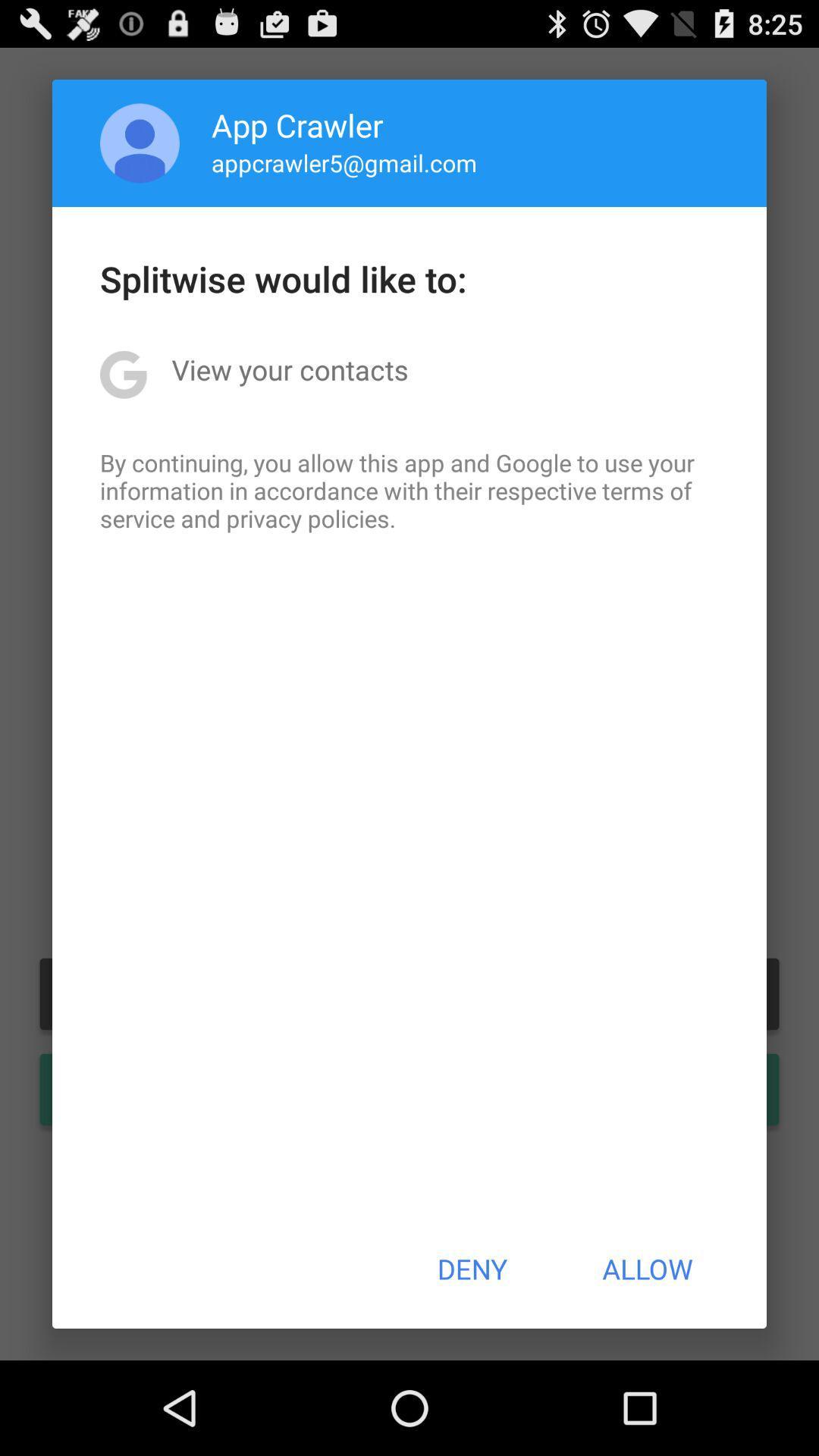 Image resolution: width=819 pixels, height=1456 pixels. What do you see at coordinates (344, 162) in the screenshot?
I see `appcrawler5@gmail.com app` at bounding box center [344, 162].